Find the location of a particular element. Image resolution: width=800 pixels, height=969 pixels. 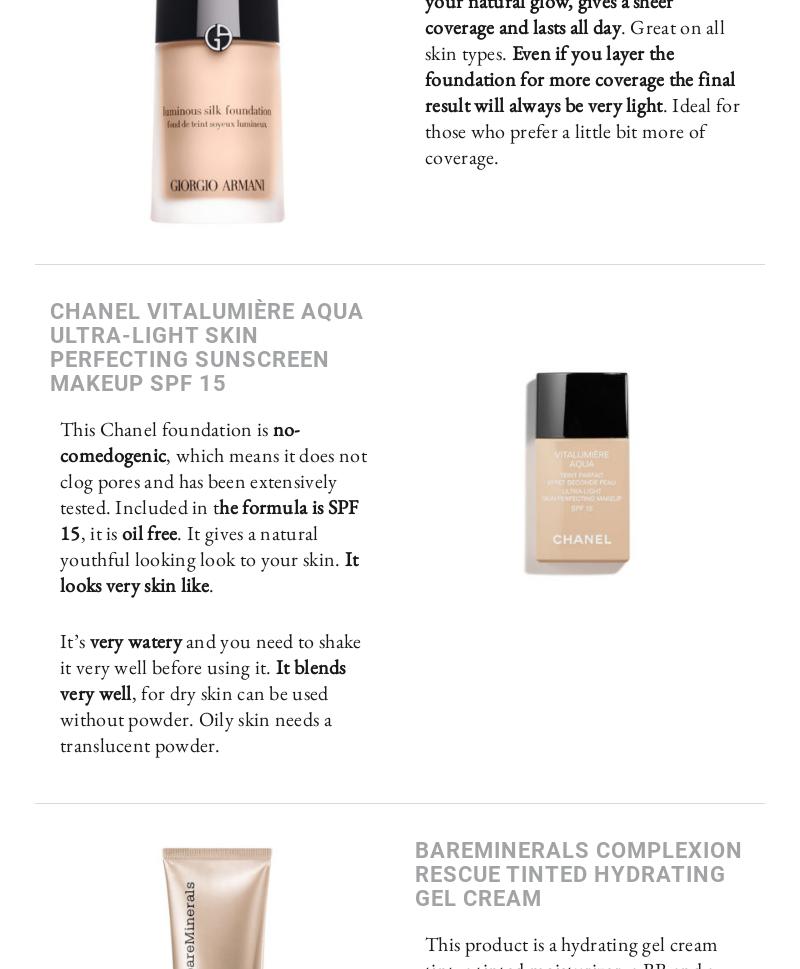

'Even if you layer the foundation for more coverage the final result will always be very light' is located at coordinates (579, 77).